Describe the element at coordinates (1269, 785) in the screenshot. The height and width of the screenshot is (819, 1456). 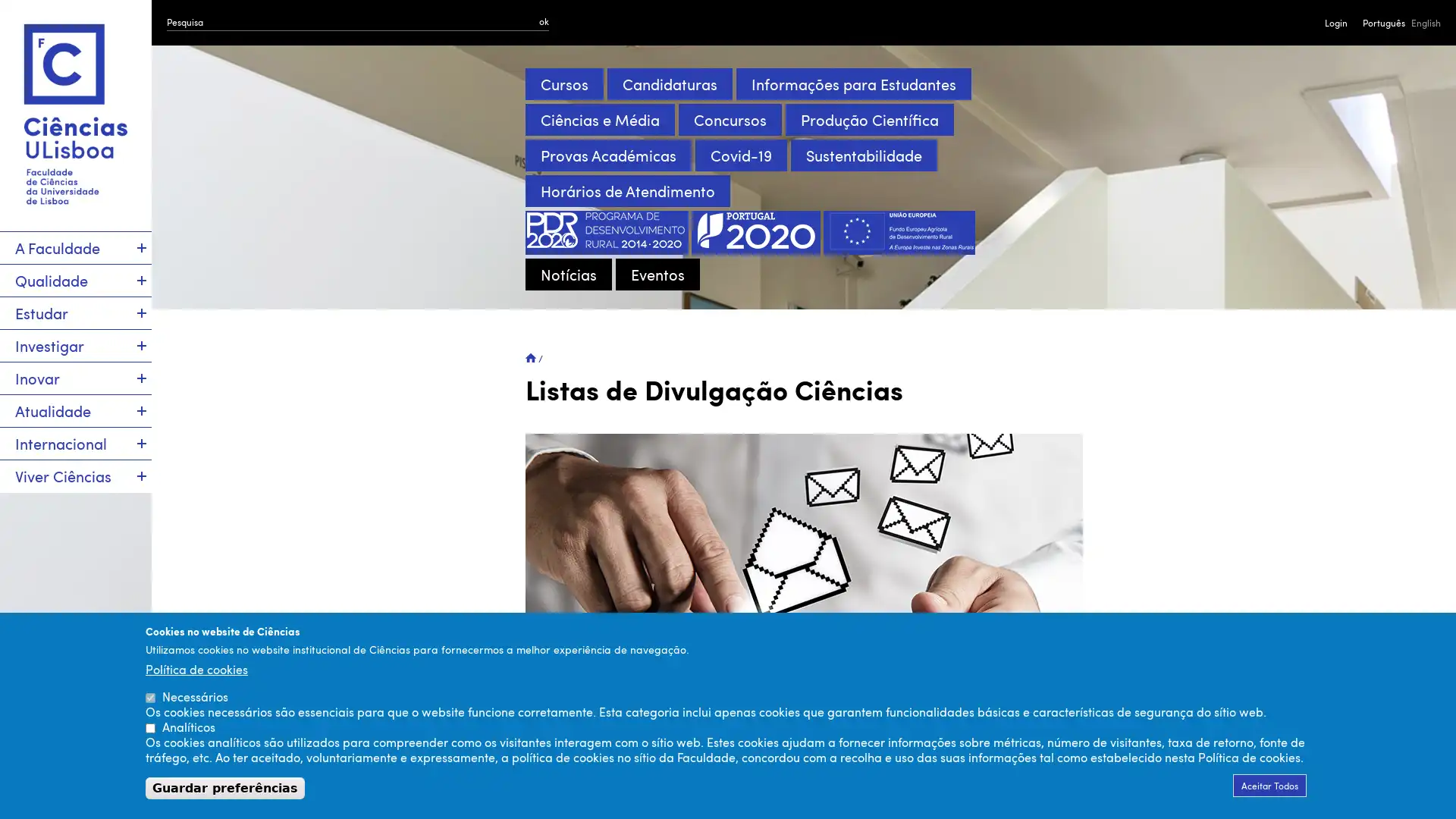
I see `Aceitar Todos` at that location.